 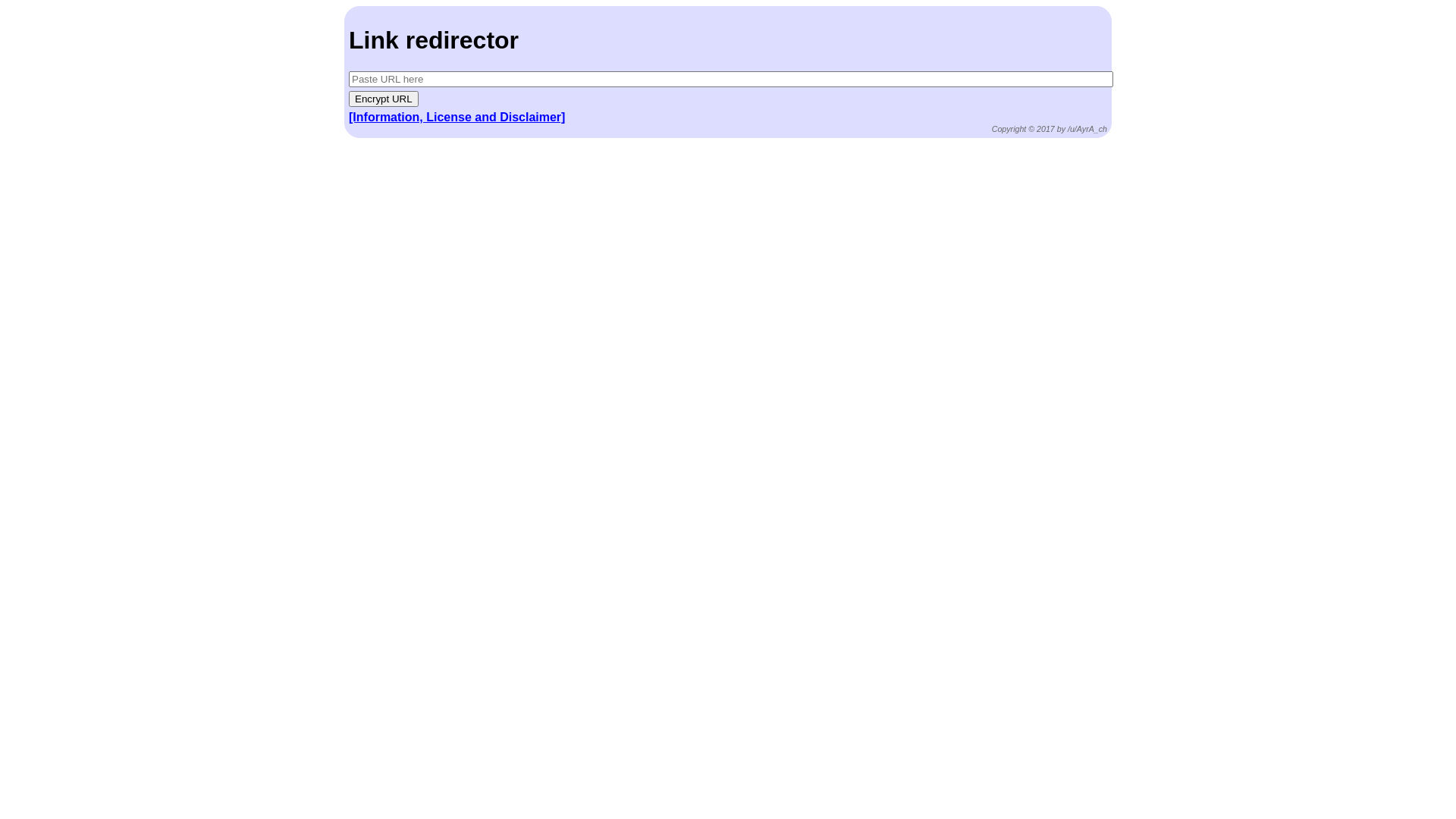 What do you see at coordinates (383, 99) in the screenshot?
I see `'Encrypt URL'` at bounding box center [383, 99].